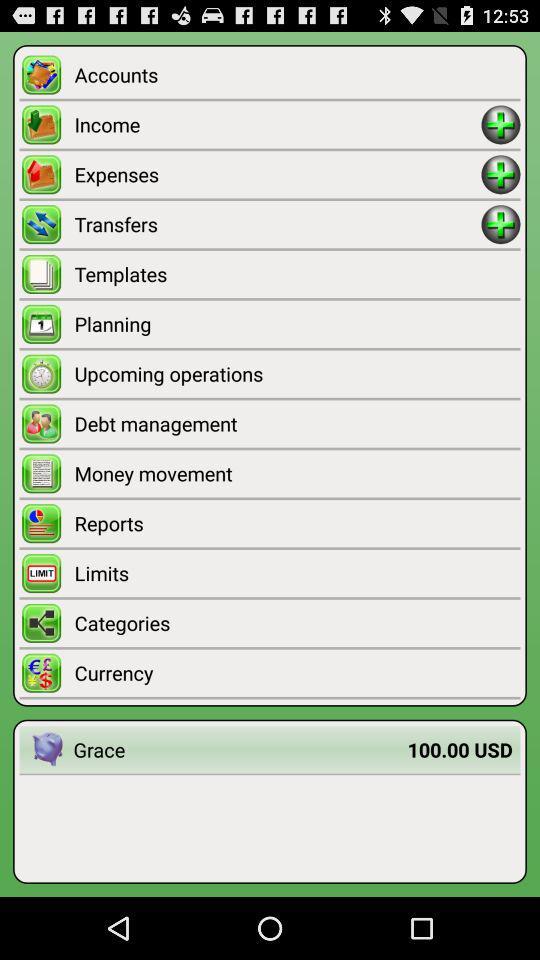  Describe the element at coordinates (296, 324) in the screenshot. I see `the planning item` at that location.